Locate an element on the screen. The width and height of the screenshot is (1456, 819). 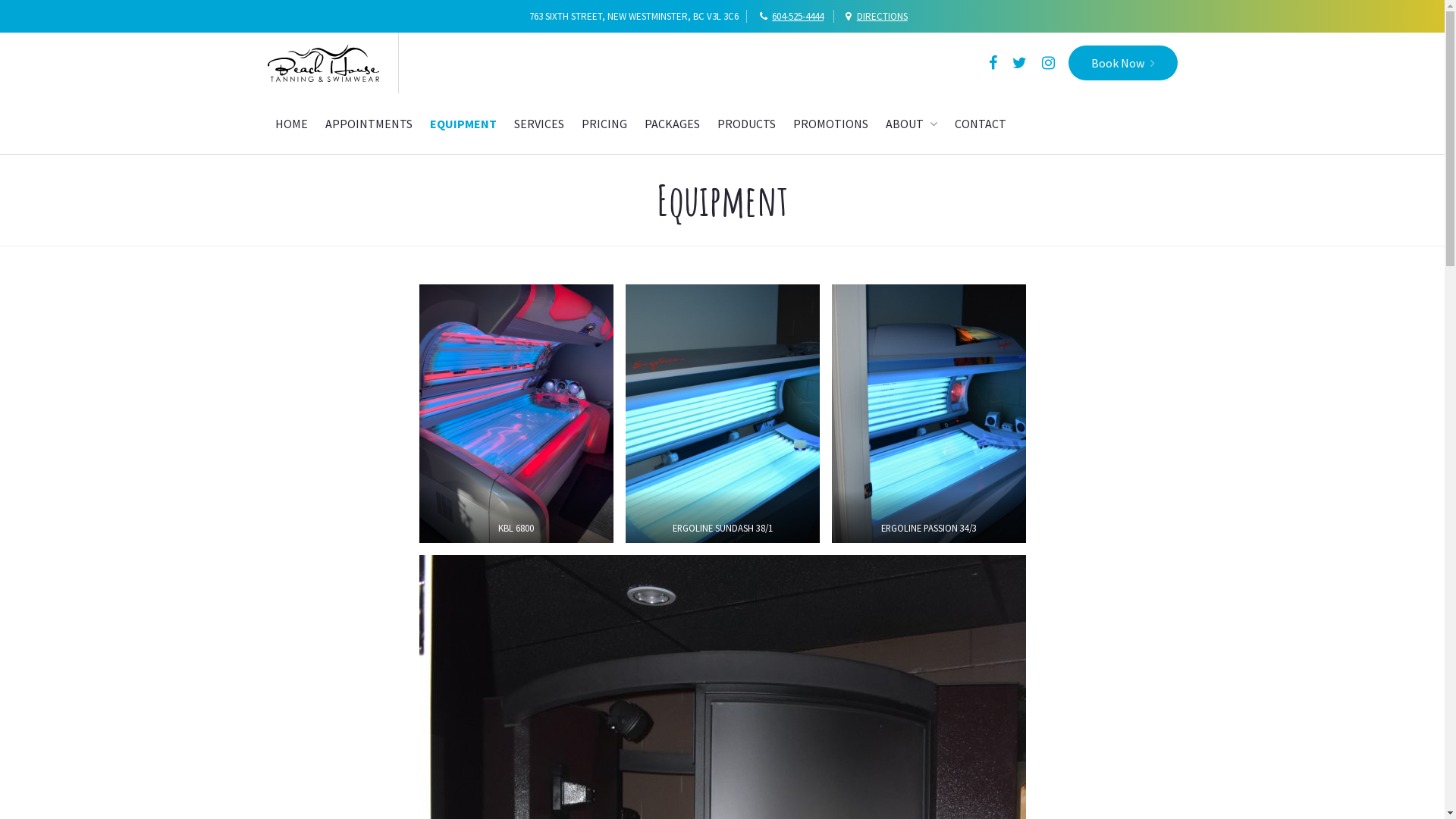
'APPOINTMENTS' is located at coordinates (368, 122).